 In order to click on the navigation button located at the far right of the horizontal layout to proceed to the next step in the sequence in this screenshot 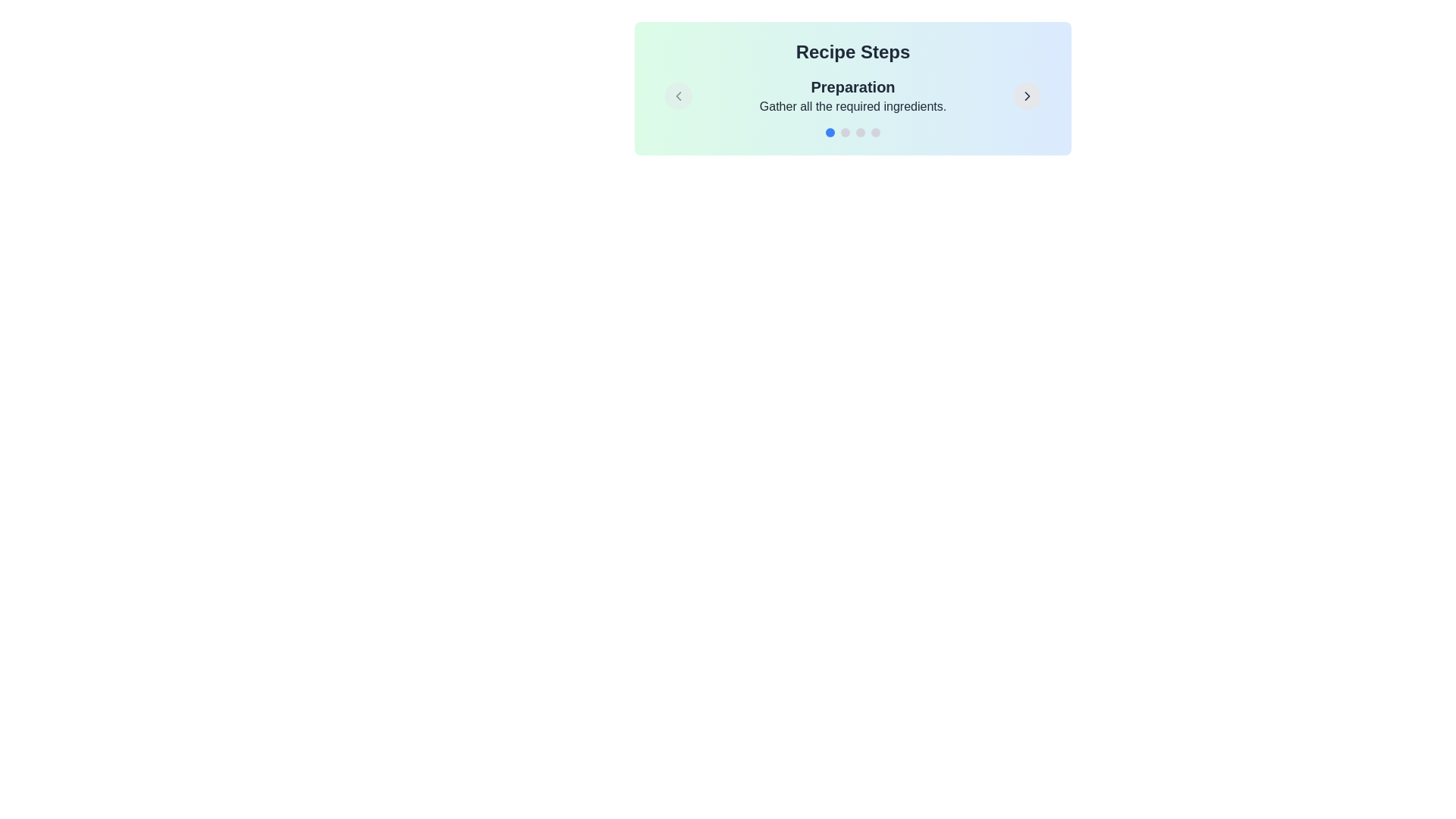, I will do `click(1027, 96)`.